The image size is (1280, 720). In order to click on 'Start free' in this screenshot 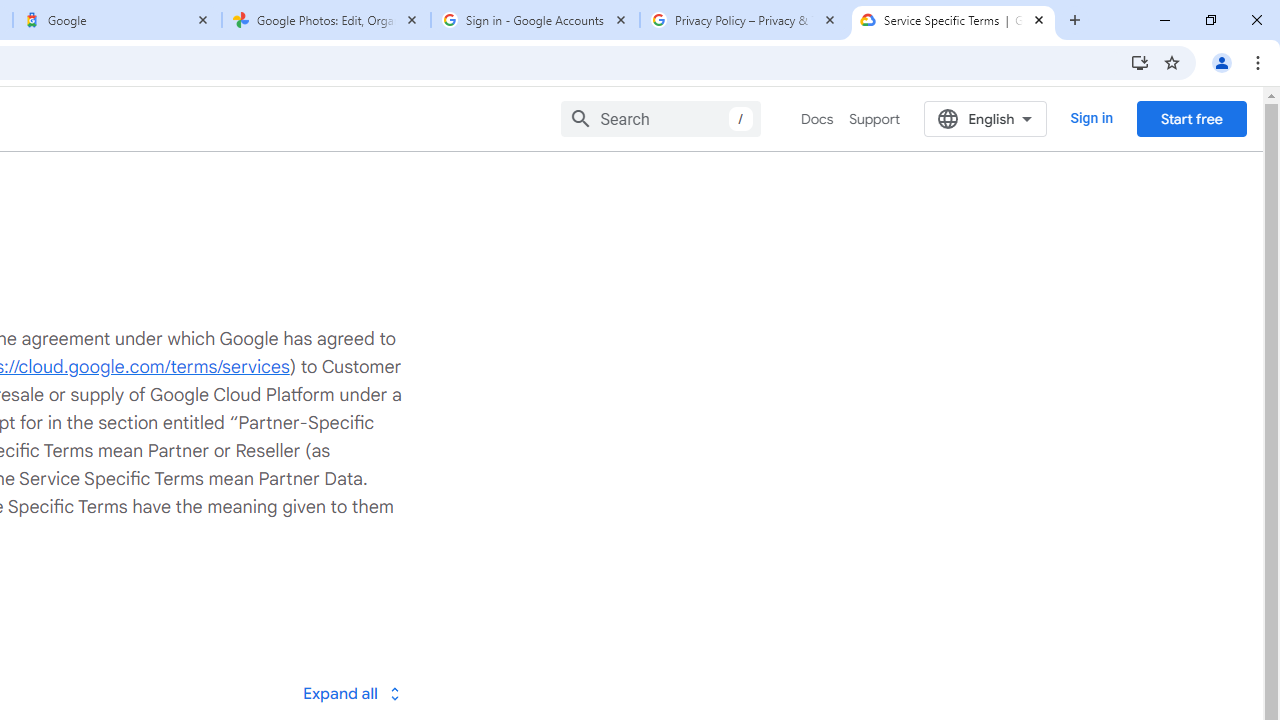, I will do `click(1191, 118)`.